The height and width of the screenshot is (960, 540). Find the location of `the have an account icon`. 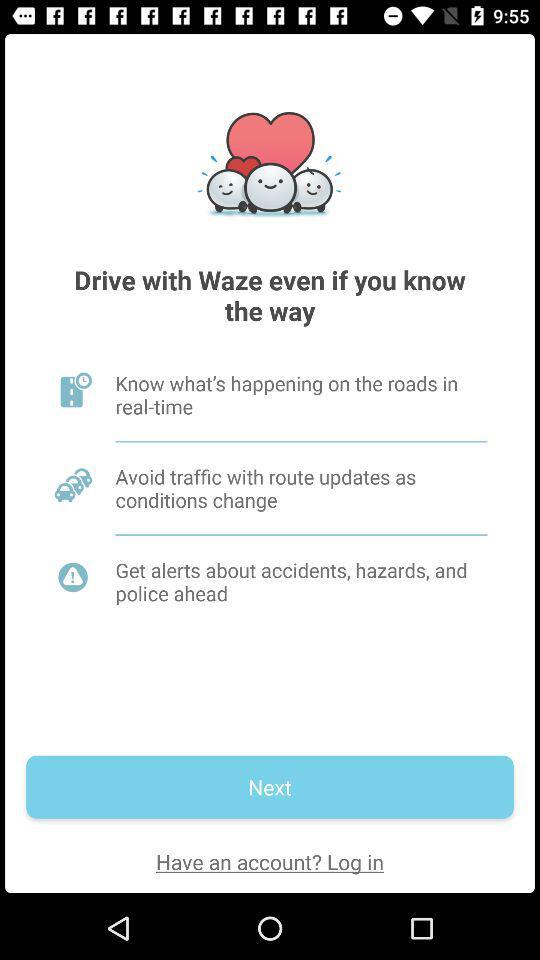

the have an account icon is located at coordinates (270, 860).